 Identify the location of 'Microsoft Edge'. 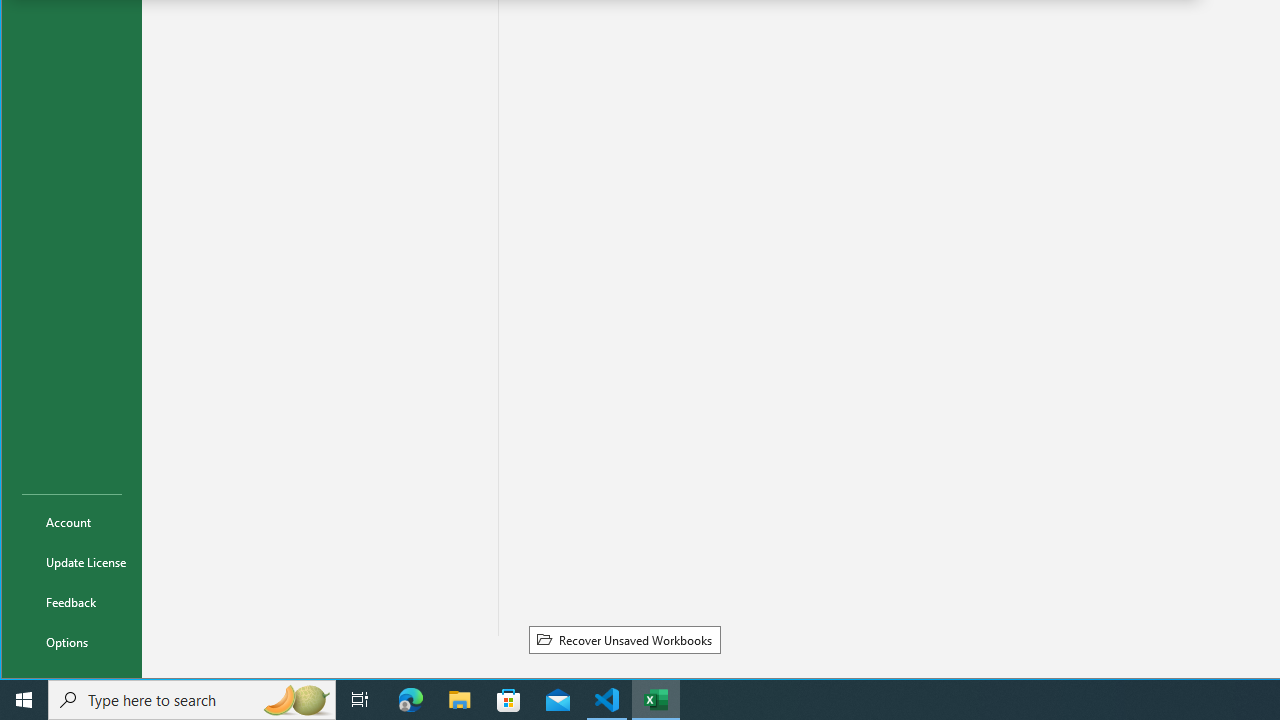
(410, 698).